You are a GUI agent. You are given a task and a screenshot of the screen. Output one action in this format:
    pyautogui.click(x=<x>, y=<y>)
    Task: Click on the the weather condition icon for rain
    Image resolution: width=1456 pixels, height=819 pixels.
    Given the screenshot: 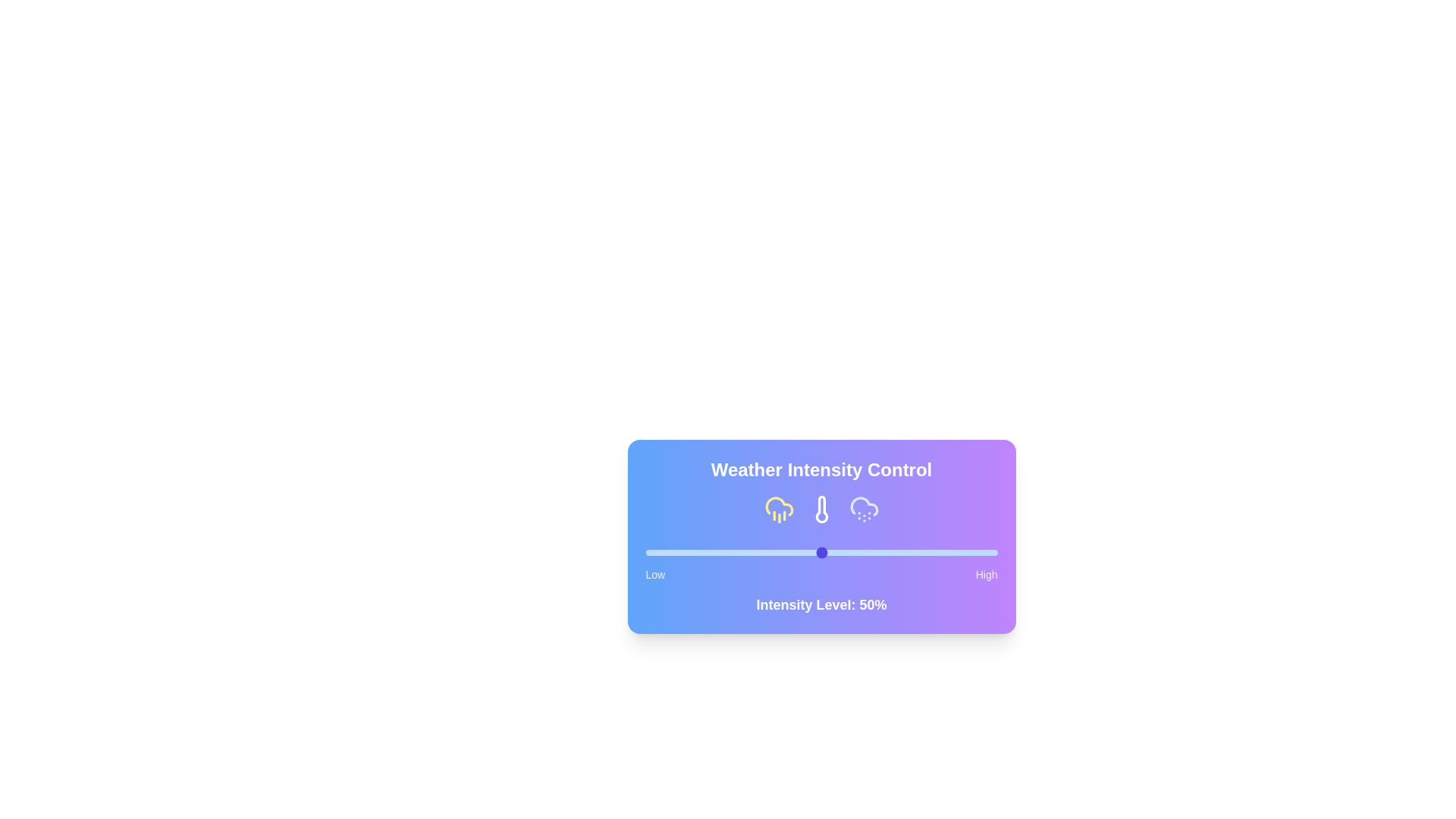 What is the action you would take?
    pyautogui.click(x=779, y=509)
    